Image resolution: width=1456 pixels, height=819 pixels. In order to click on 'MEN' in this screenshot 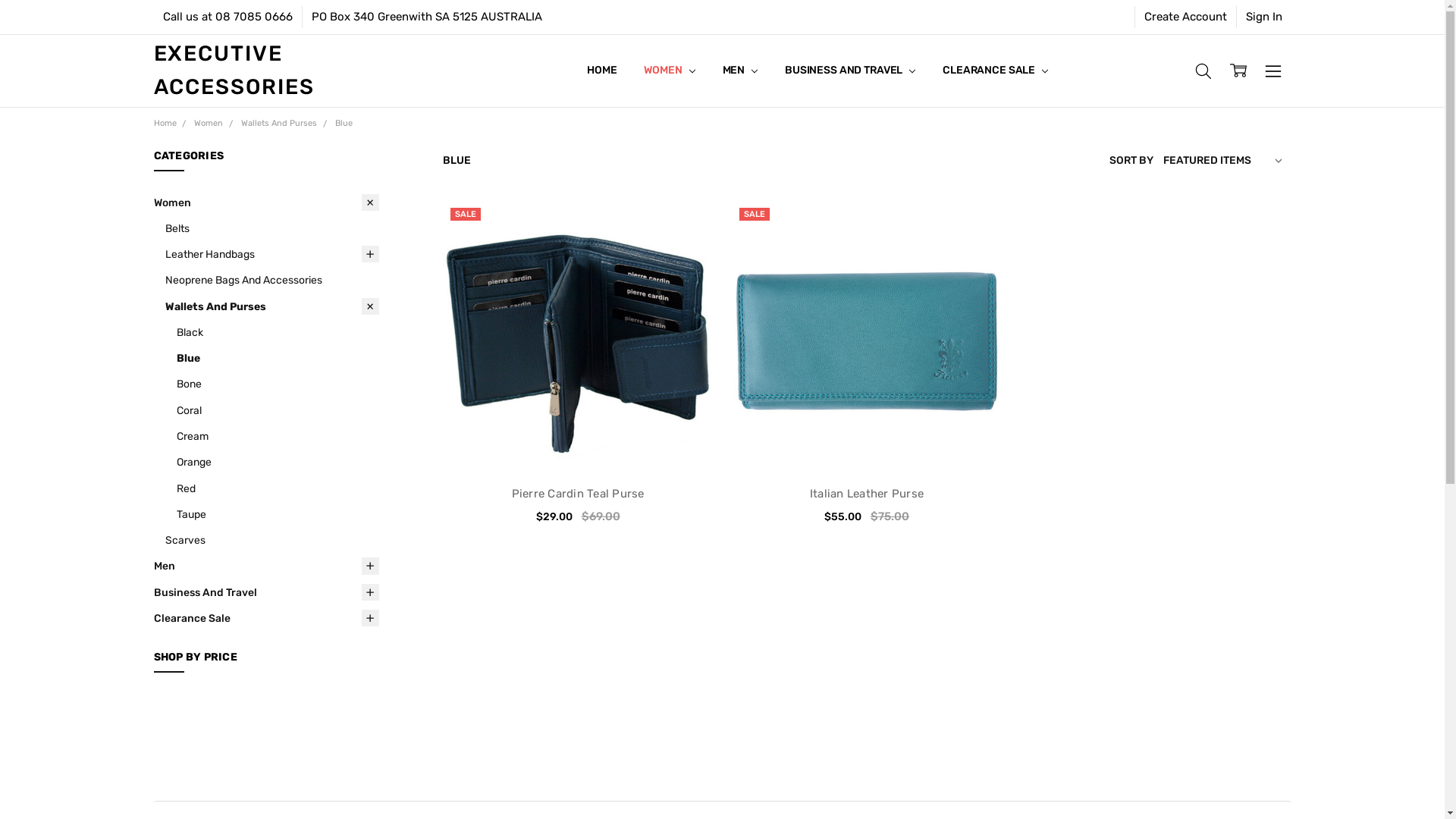, I will do `click(739, 70)`.